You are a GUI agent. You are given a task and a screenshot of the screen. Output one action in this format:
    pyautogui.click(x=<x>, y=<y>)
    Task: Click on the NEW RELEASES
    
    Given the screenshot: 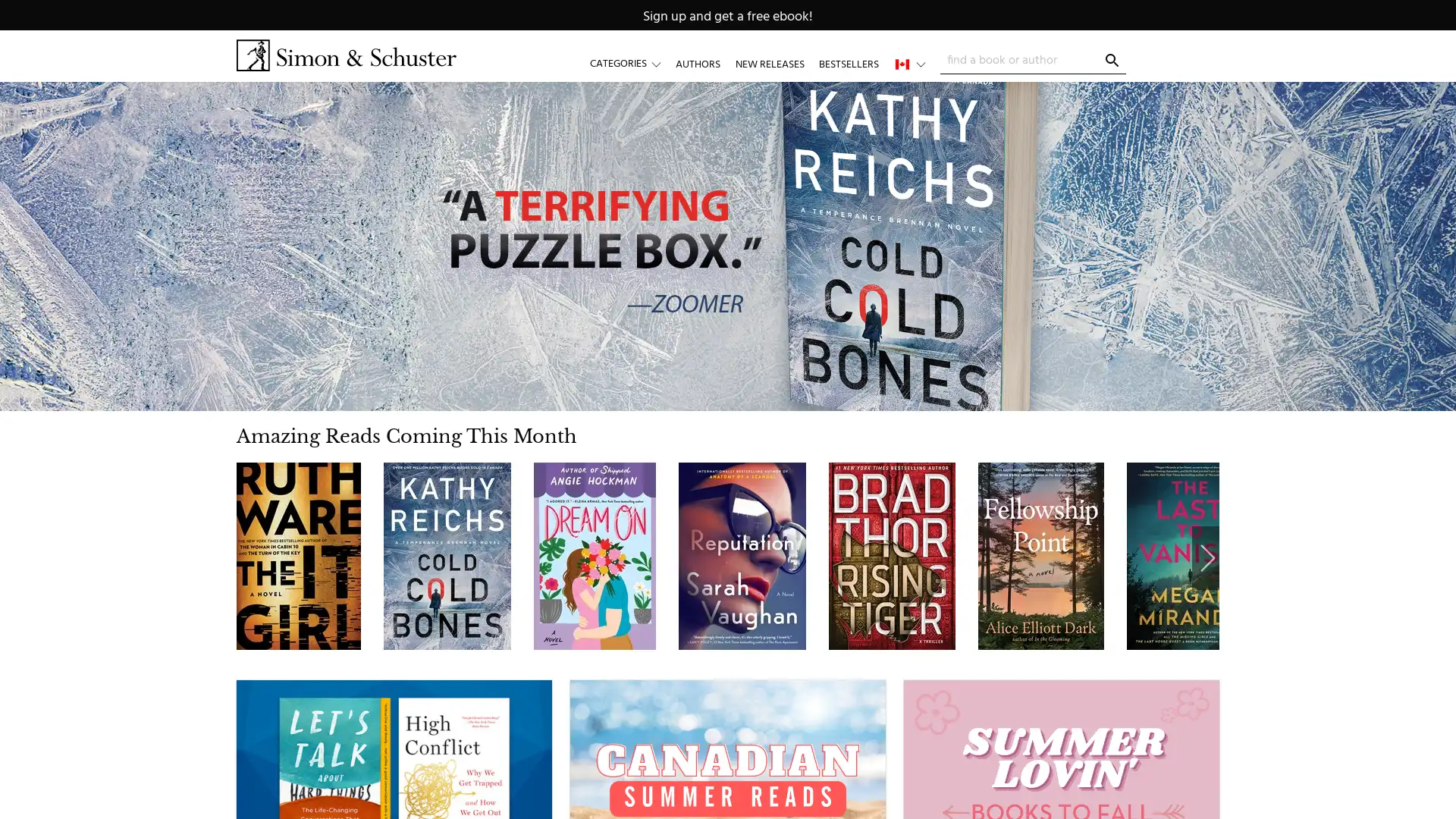 What is the action you would take?
    pyautogui.click(x=769, y=63)
    